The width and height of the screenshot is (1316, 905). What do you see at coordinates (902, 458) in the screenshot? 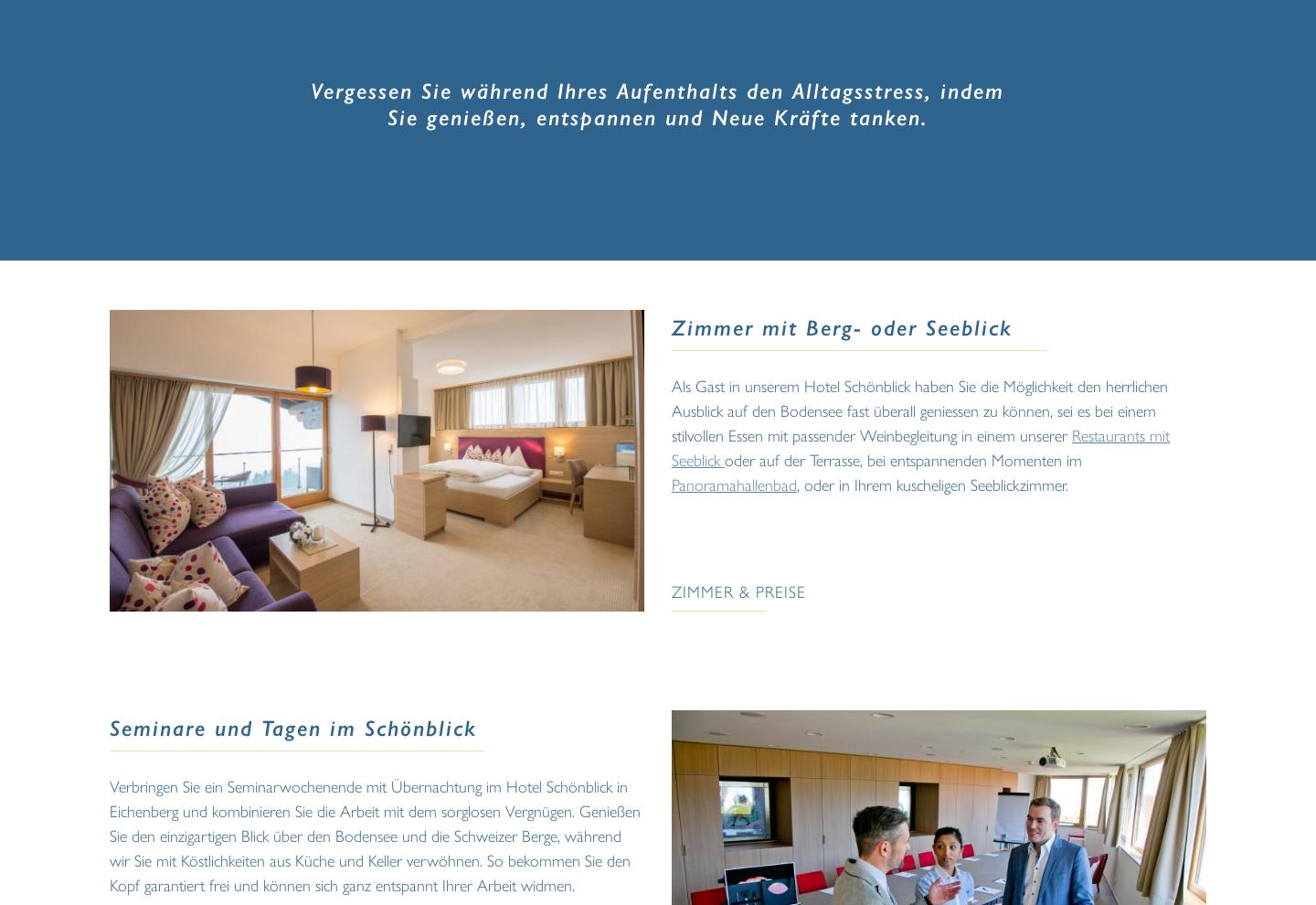
I see `'oder auf der Terrasse, bei entspannenden Momenten im'` at bounding box center [902, 458].